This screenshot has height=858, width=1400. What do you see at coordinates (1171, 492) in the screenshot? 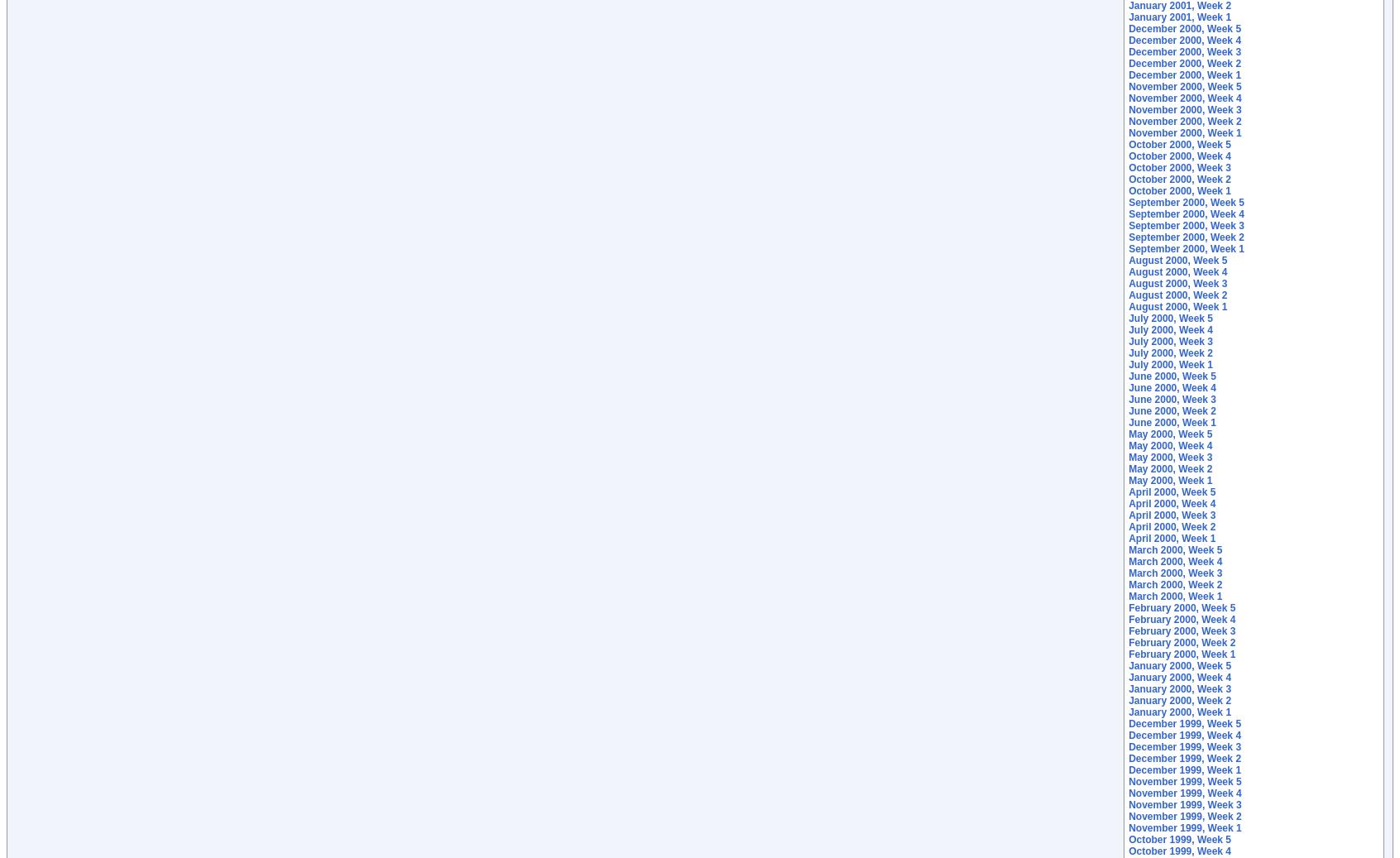
I see `'April 2000, Week 5'` at bounding box center [1171, 492].